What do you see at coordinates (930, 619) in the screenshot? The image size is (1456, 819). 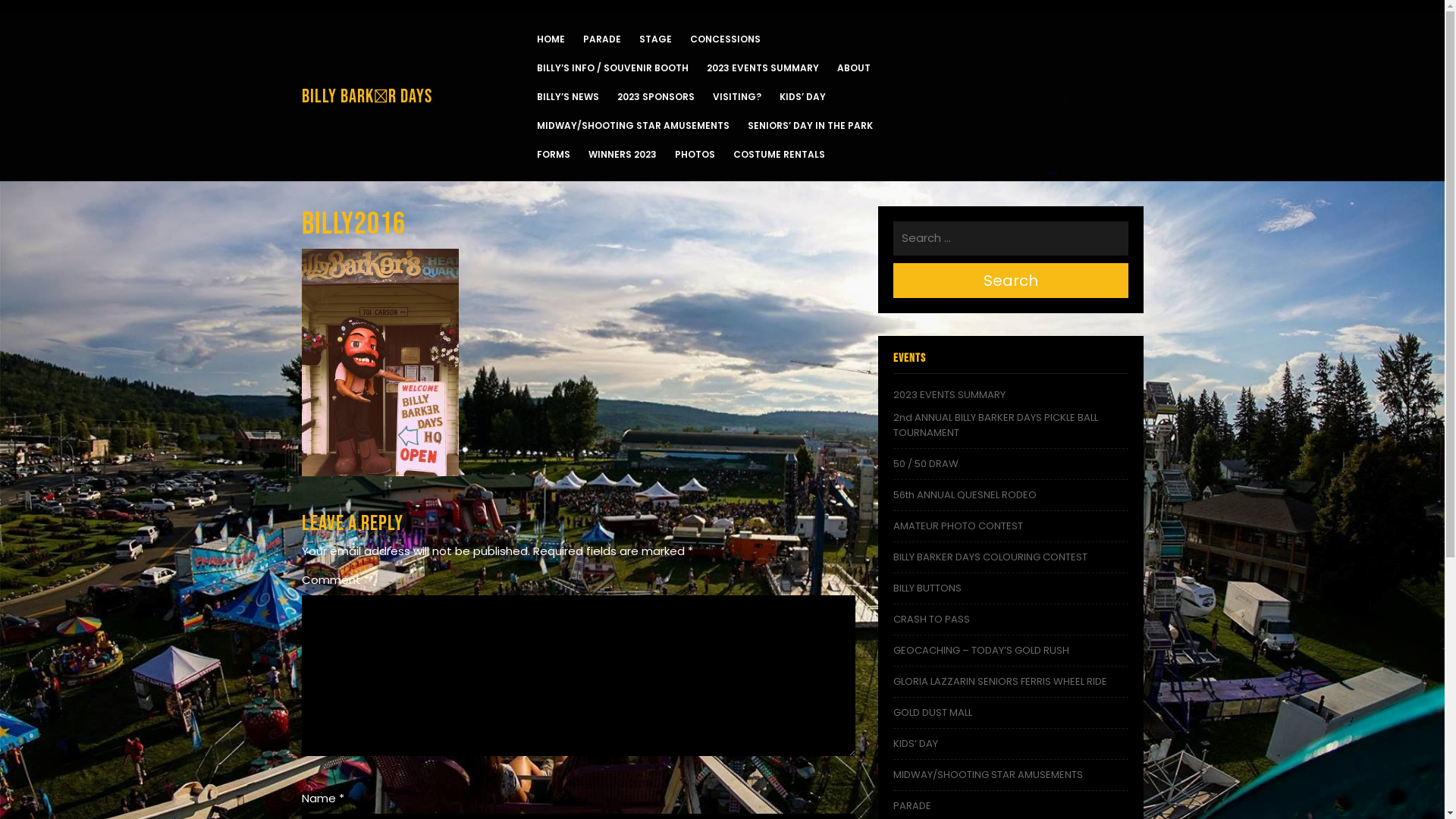 I see `'CRASH TO PASS'` at bounding box center [930, 619].